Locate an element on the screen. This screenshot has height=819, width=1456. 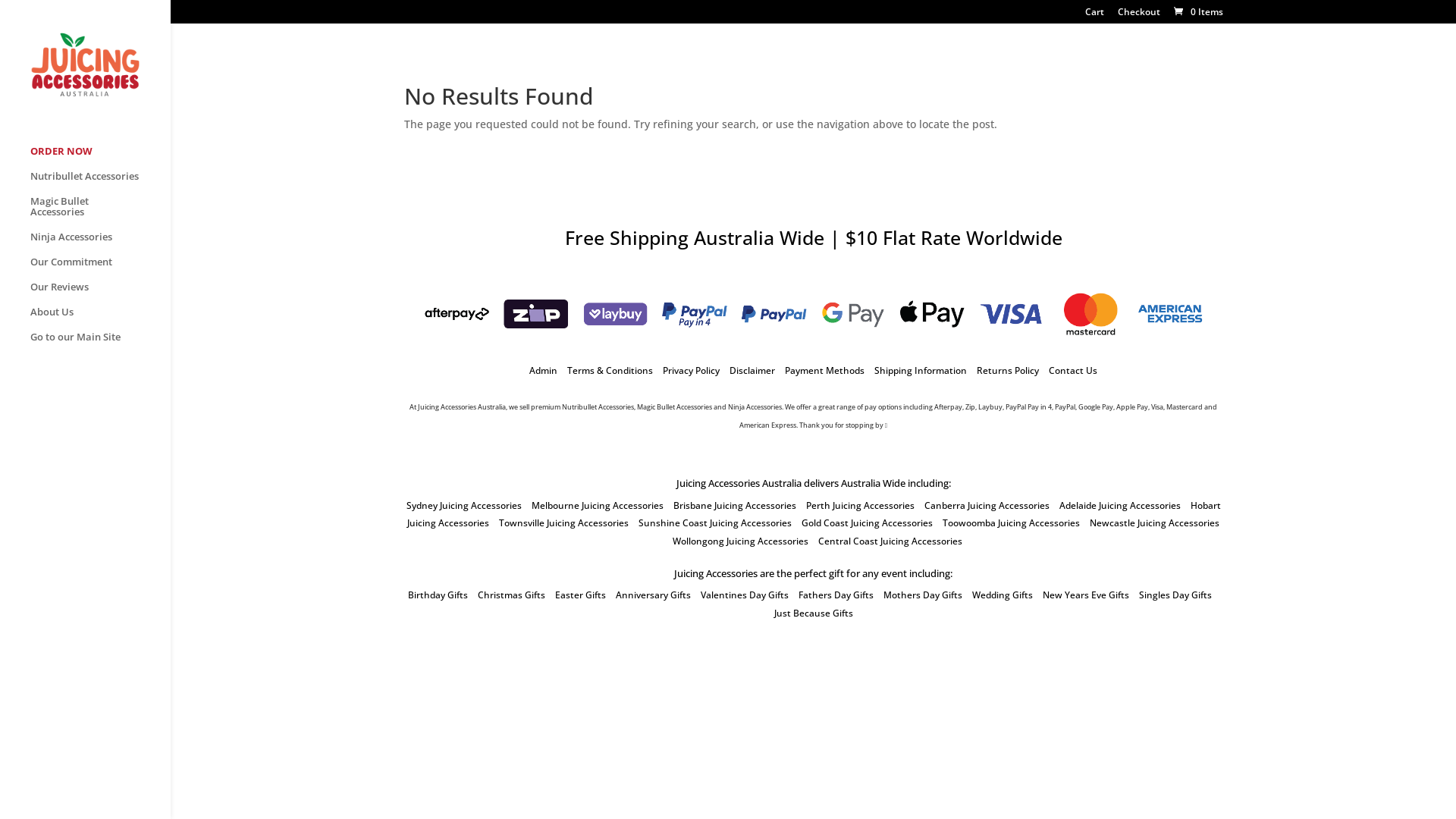
'0 Items' is located at coordinates (1196, 11).